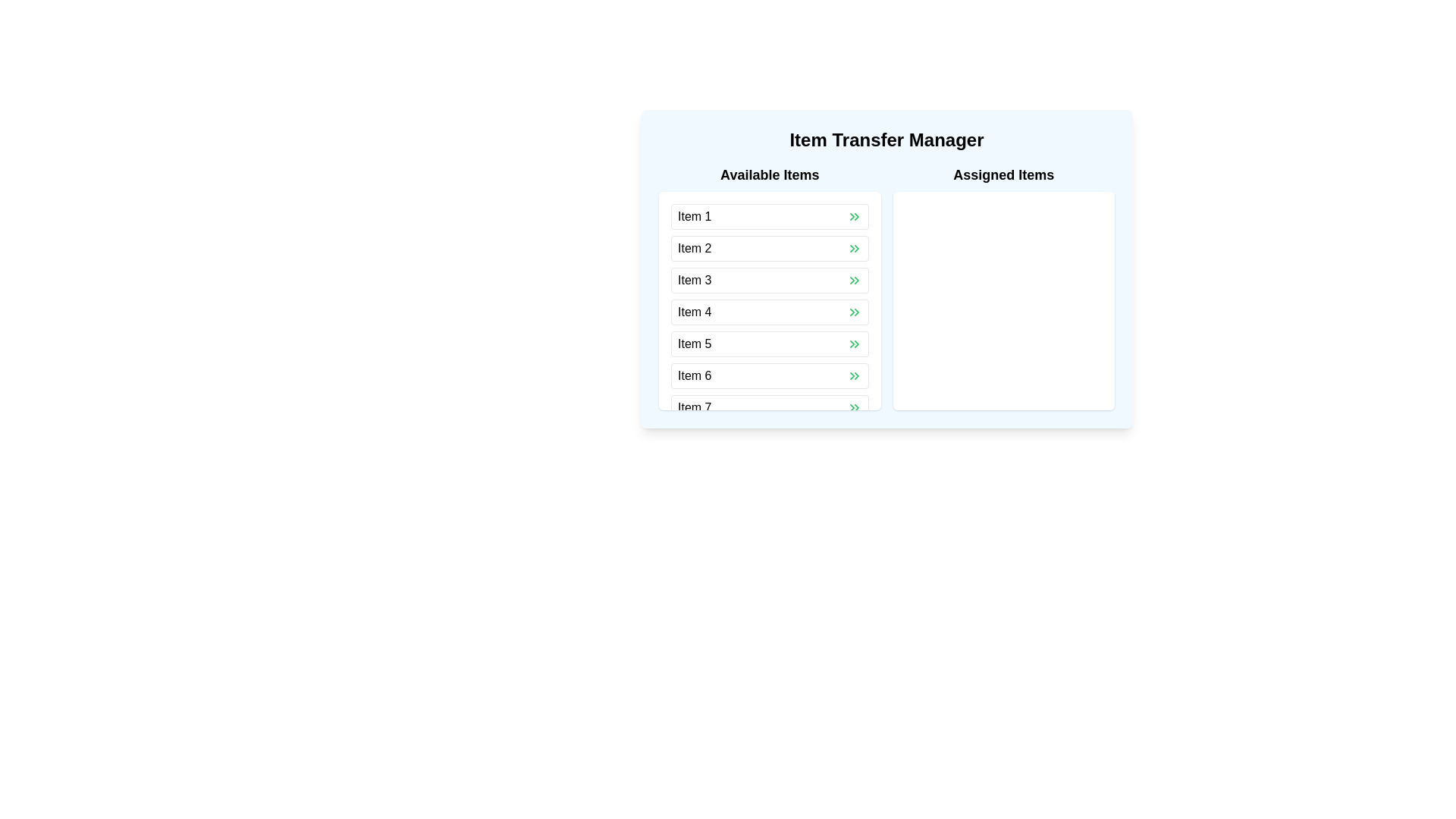 This screenshot has height=819, width=1456. What do you see at coordinates (694, 216) in the screenshot?
I see `the text label 'Item 1' which is the first selectable item in the list under 'Available Items'` at bounding box center [694, 216].